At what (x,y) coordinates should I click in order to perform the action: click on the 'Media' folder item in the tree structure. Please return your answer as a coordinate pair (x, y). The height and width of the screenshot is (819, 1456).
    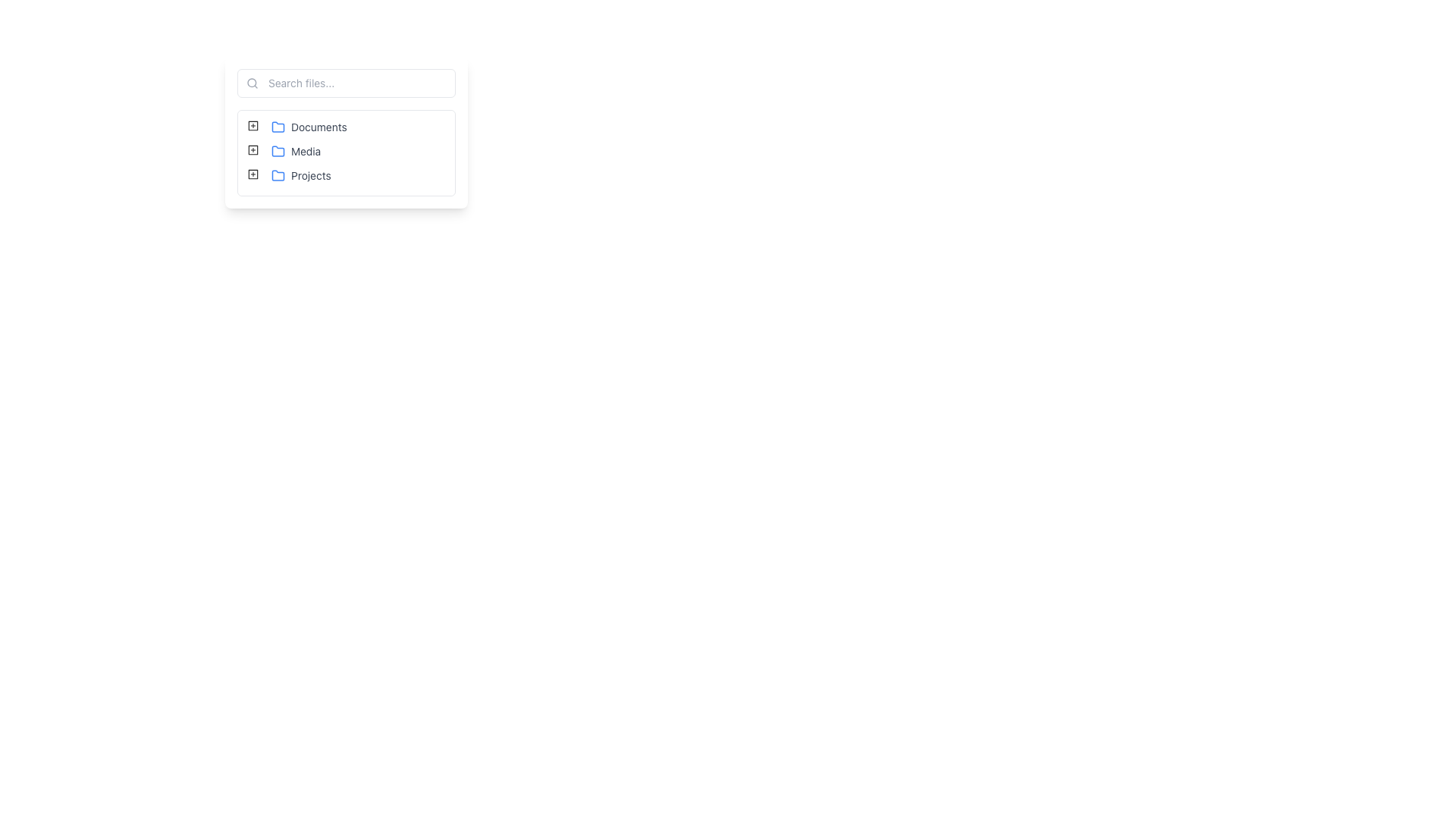
    Looking at the image, I should click on (345, 152).